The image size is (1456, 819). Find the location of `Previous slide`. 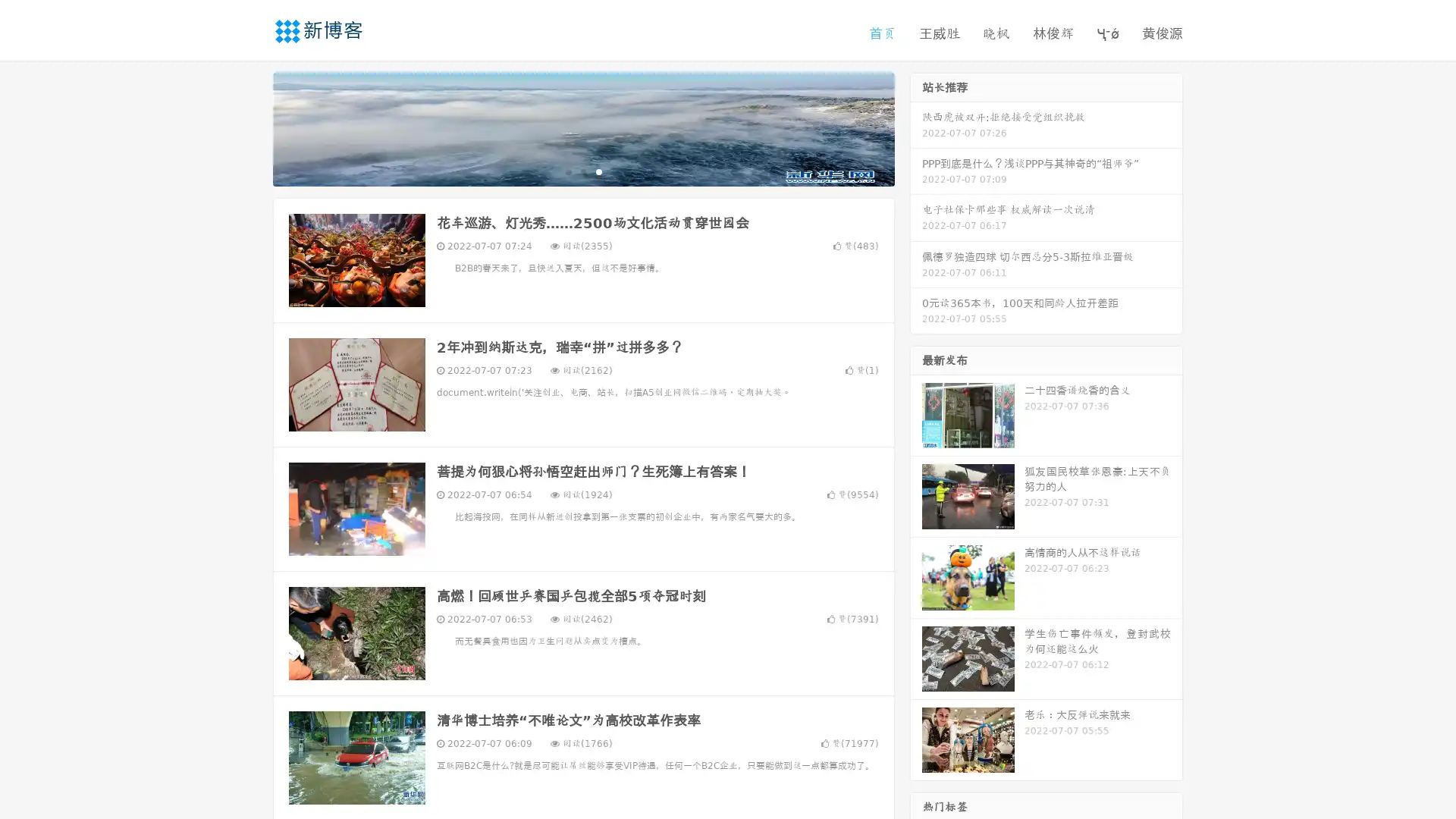

Previous slide is located at coordinates (250, 127).